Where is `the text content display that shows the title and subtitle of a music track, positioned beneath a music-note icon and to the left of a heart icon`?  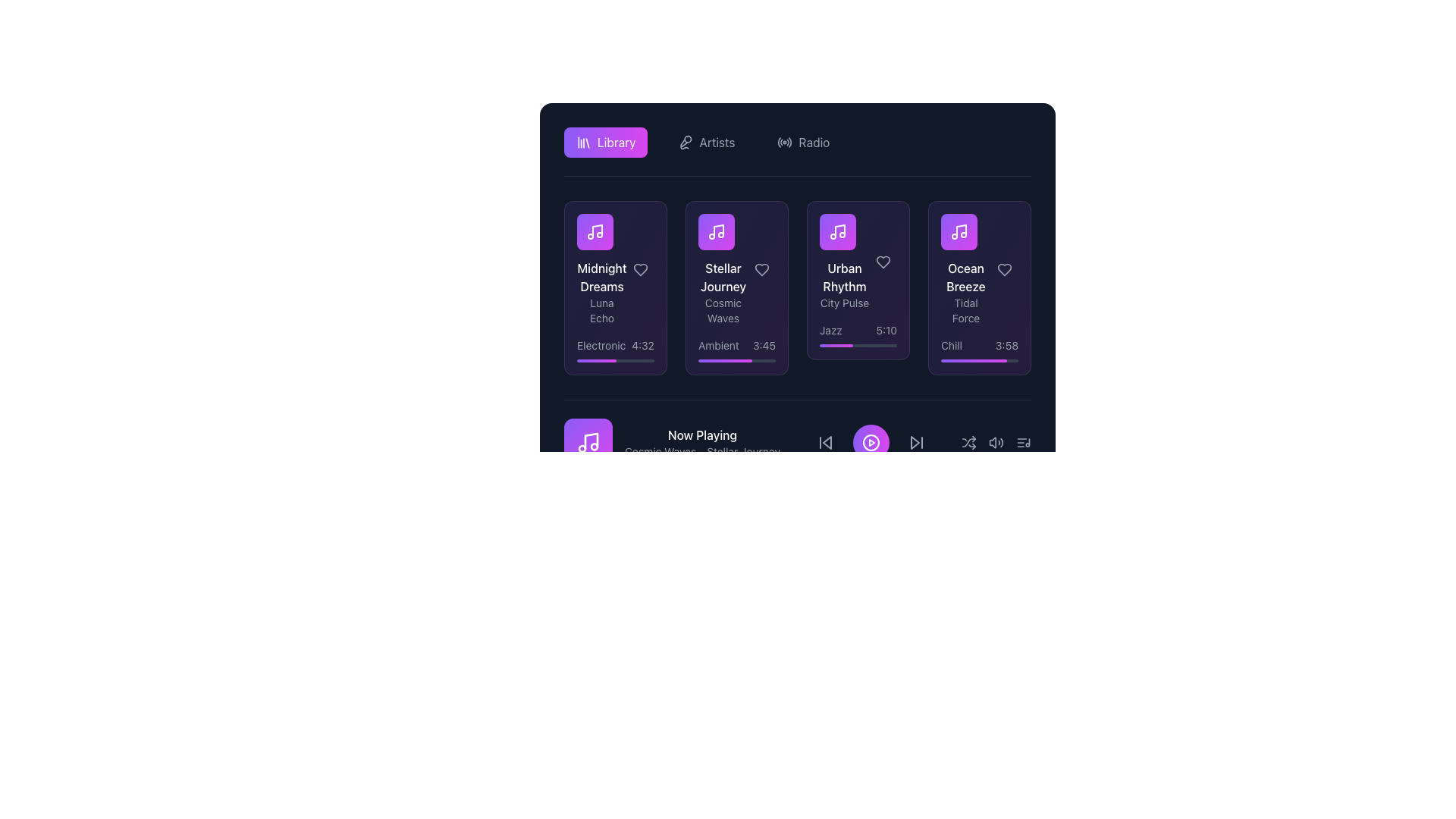 the text content display that shows the title and subtitle of a music track, positioned beneath a music-note icon and to the left of a heart icon is located at coordinates (736, 268).